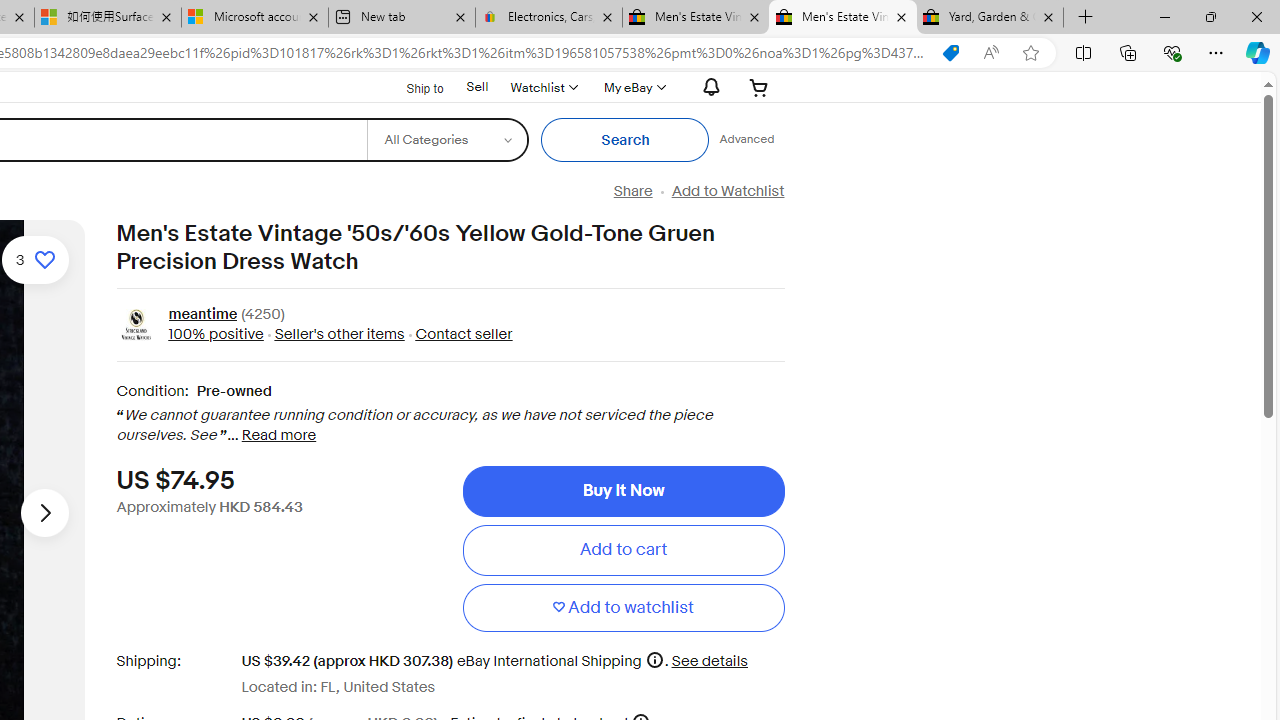 This screenshot has height=720, width=1280. What do you see at coordinates (463, 333) in the screenshot?
I see `'Contact seller'` at bounding box center [463, 333].